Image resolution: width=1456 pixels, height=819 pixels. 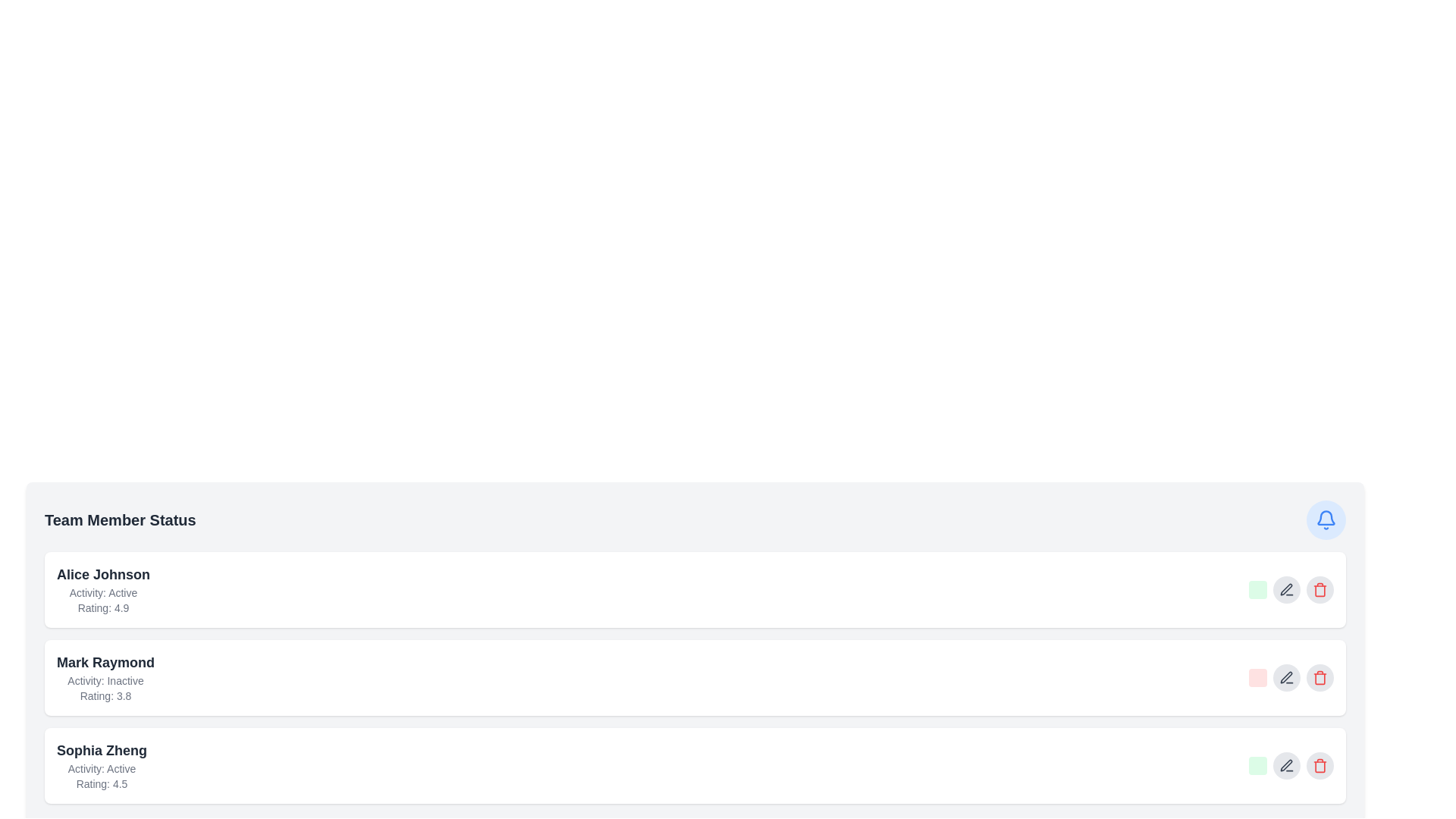 I want to click on the trash bin icon button styled in red, which indicates a delete action and is located on the right side of the row displaying user information for 'Alice Johnson', so click(x=1319, y=589).